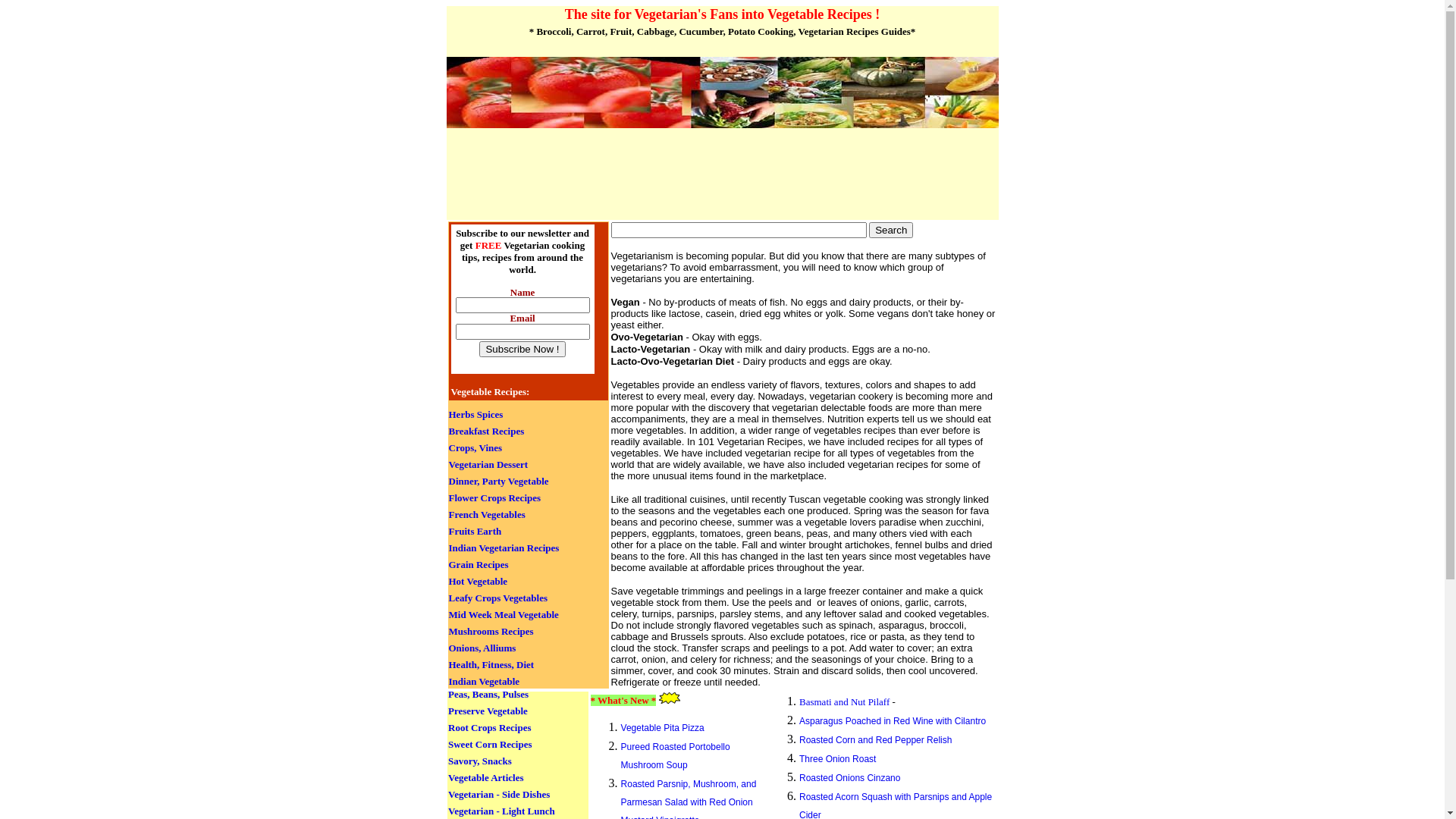 The height and width of the screenshot is (819, 1456). Describe the element at coordinates (504, 614) in the screenshot. I see `'Mid Week Meal Vegetable'` at that location.